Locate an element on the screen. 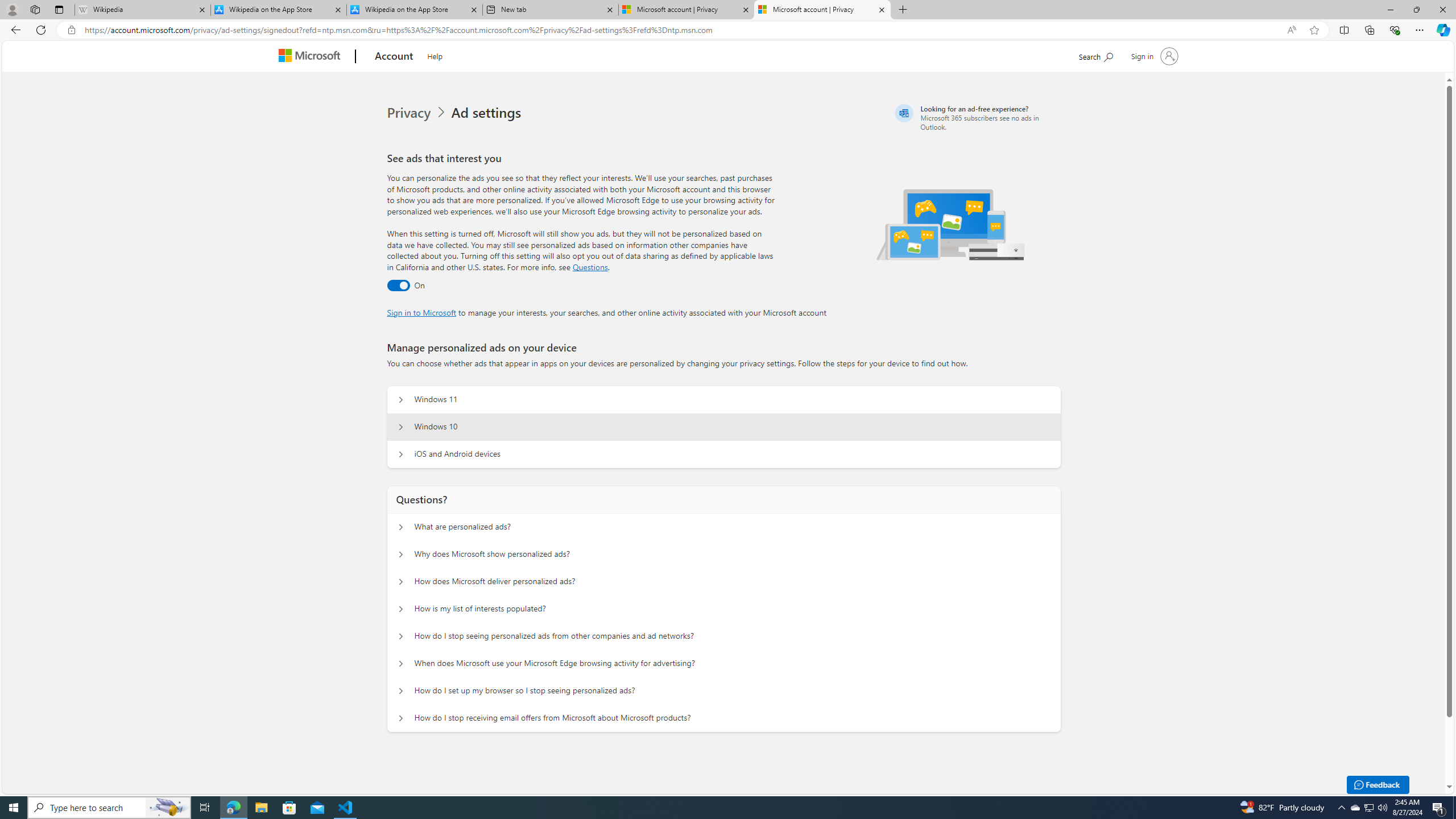 This screenshot has height=819, width=1456. 'Help' is located at coordinates (434, 54).